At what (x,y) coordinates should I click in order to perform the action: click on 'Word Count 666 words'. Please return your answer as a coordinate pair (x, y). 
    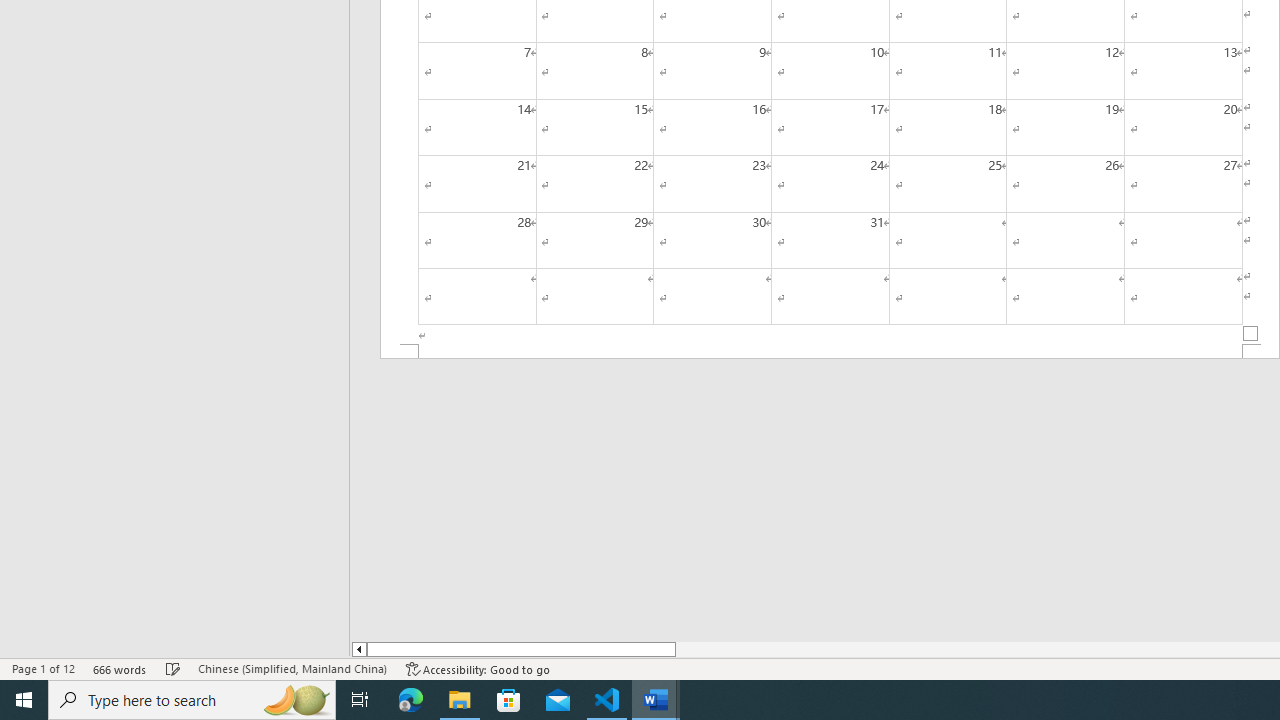
    Looking at the image, I should click on (119, 669).